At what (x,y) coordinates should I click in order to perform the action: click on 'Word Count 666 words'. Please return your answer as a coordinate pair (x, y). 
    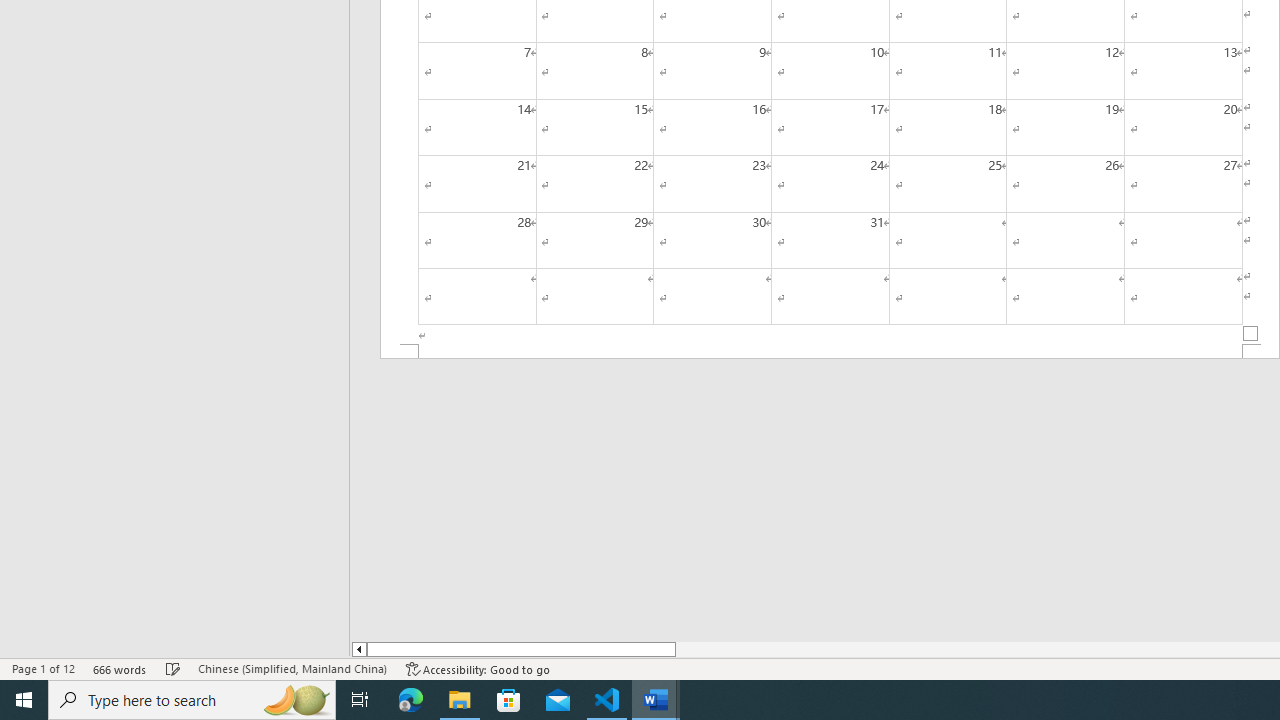
    Looking at the image, I should click on (119, 669).